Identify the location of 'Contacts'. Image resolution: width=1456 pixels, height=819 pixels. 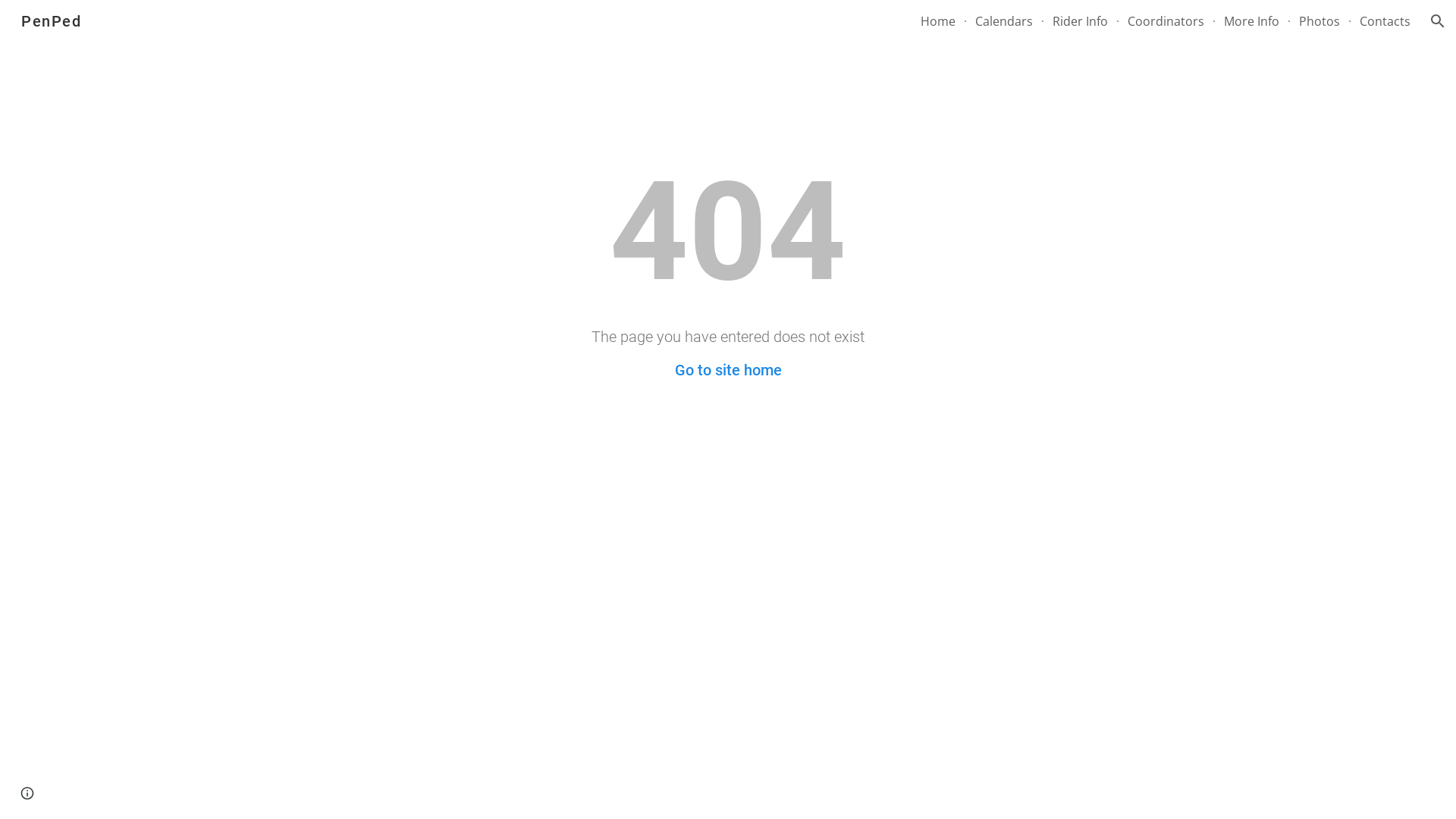
(1360, 20).